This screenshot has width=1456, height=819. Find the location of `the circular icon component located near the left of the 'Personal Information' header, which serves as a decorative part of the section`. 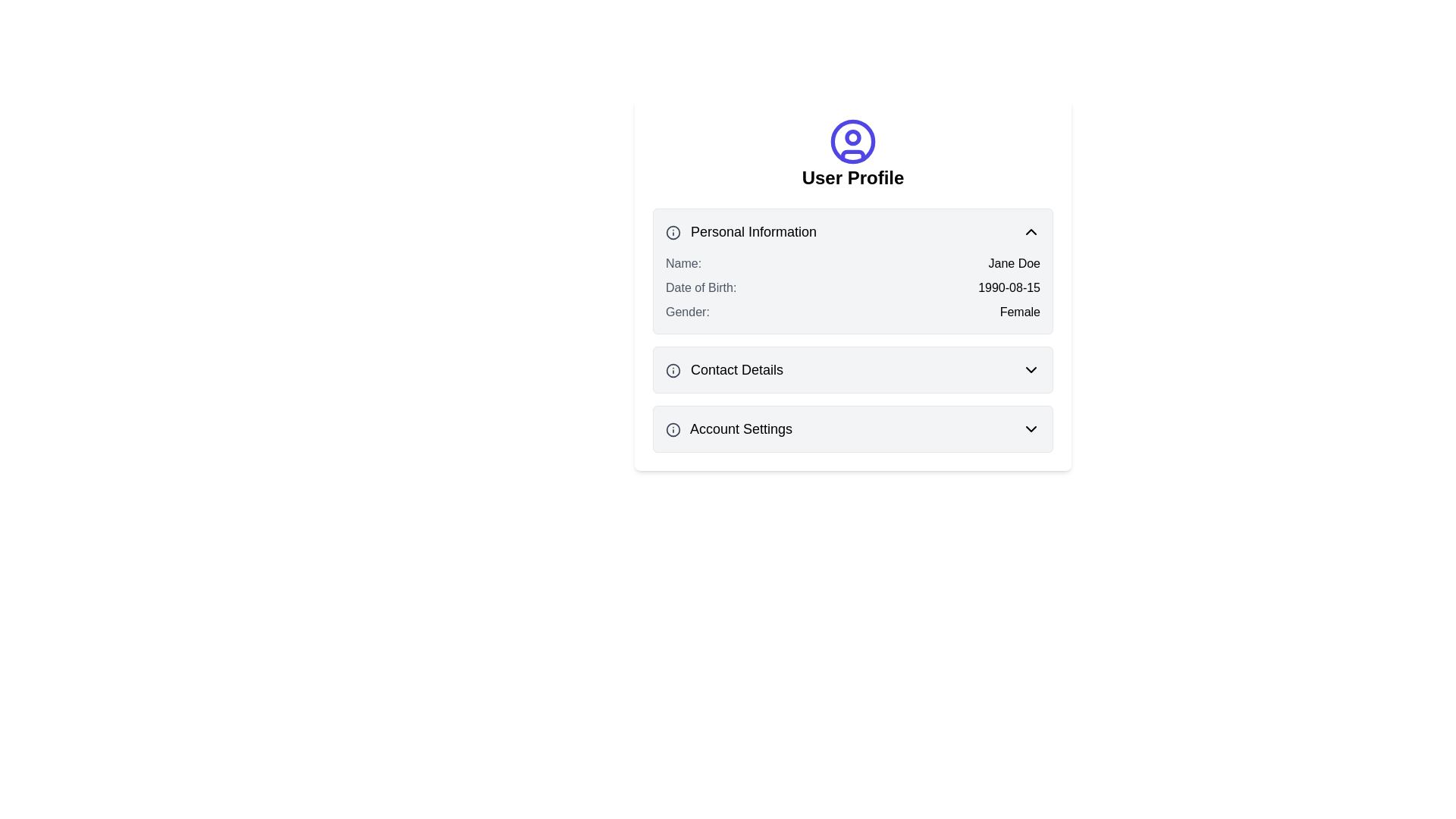

the circular icon component located near the left of the 'Personal Information' header, which serves as a decorative part of the section is located at coordinates (673, 233).